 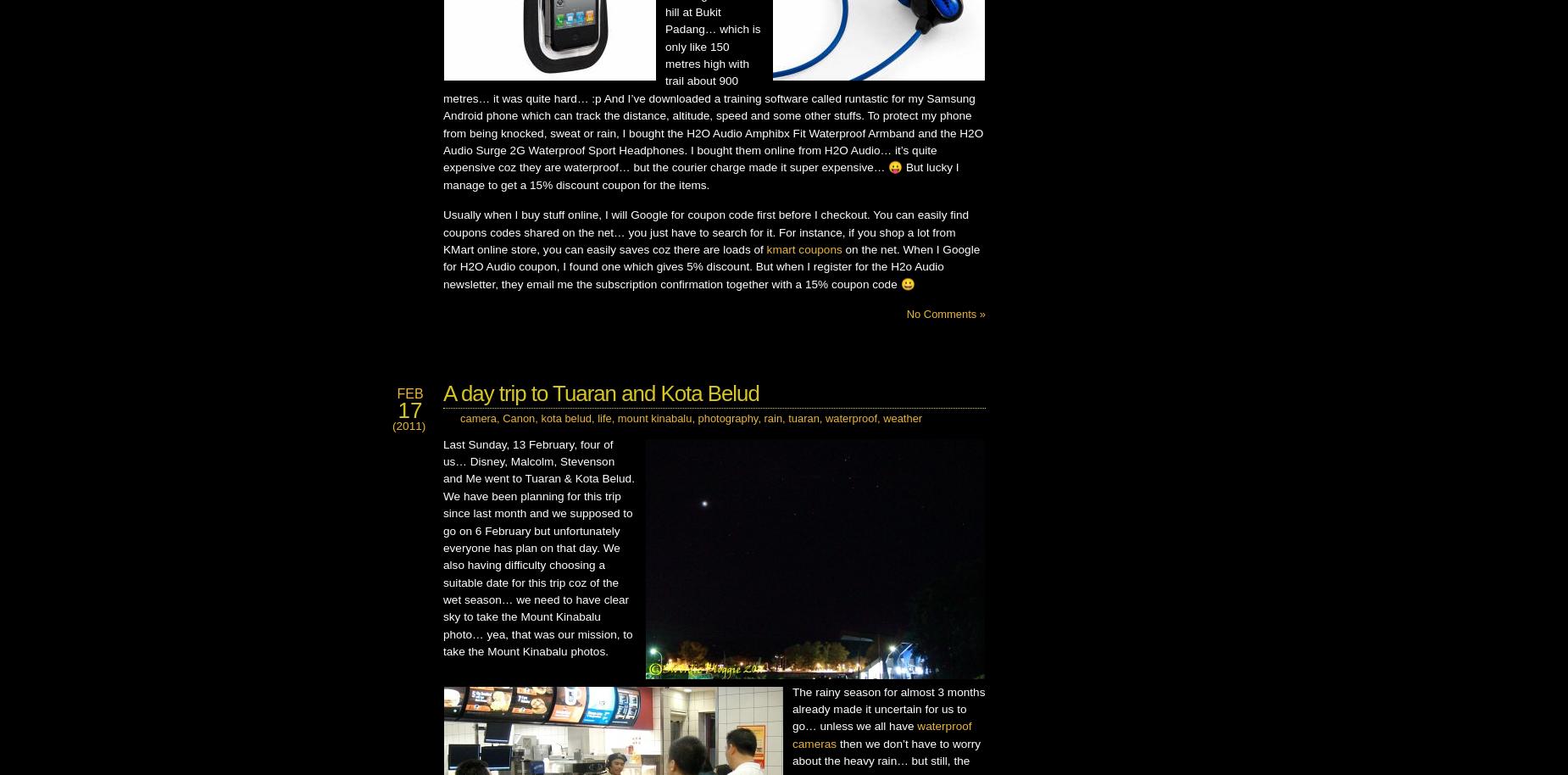 I want to click on 'photography', so click(x=727, y=418).